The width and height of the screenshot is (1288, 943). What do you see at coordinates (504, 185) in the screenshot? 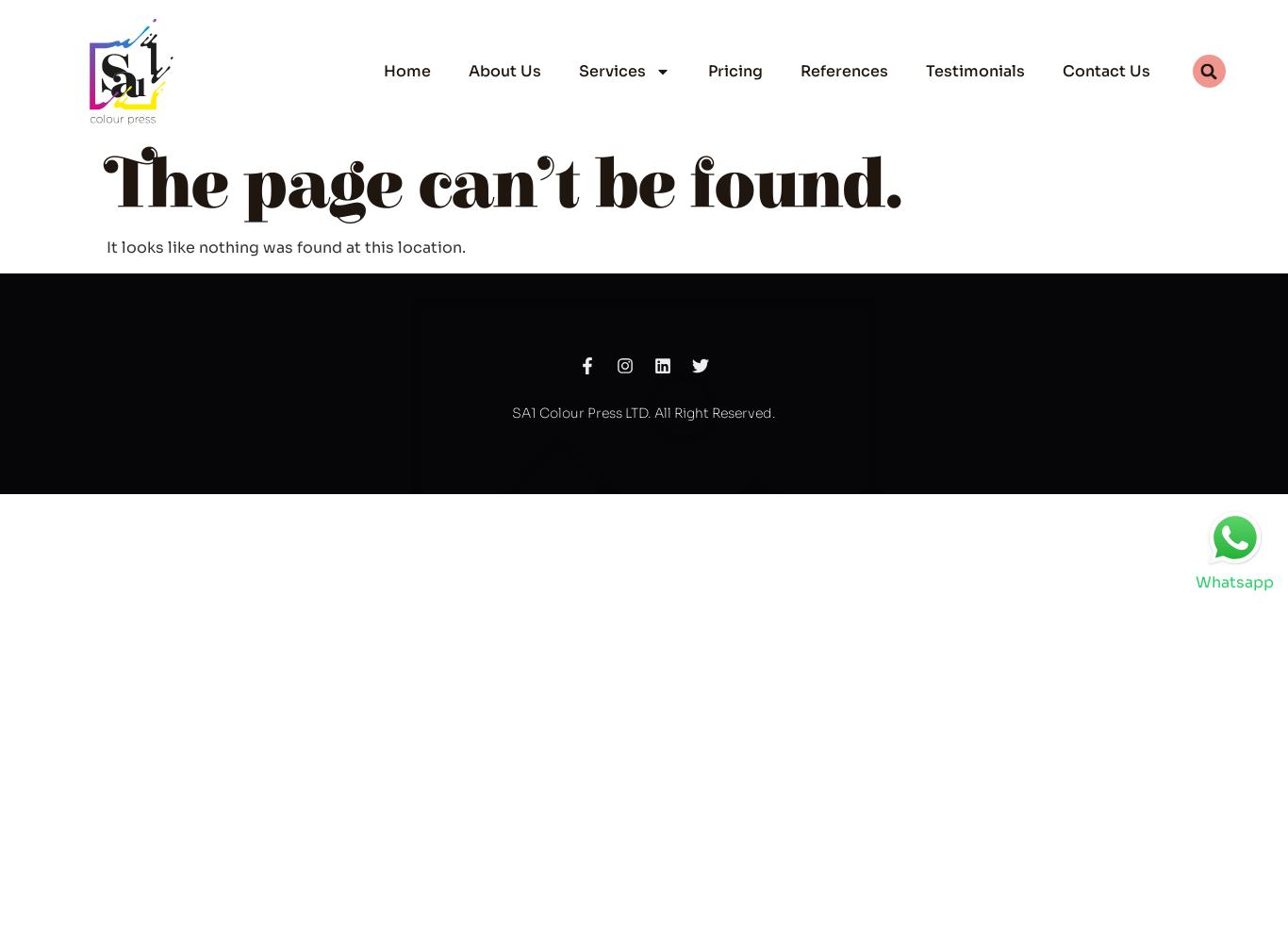
I see `'The page can’t be found.'` at bounding box center [504, 185].